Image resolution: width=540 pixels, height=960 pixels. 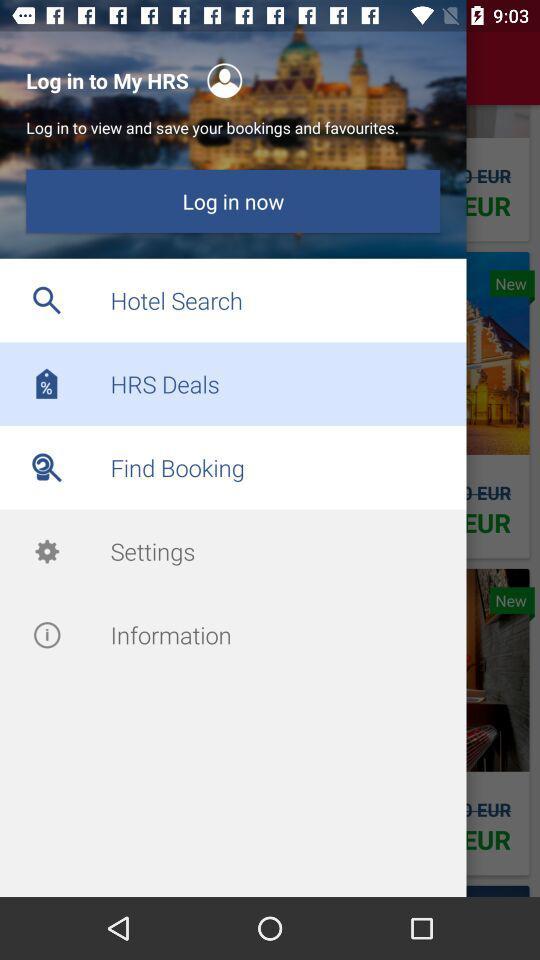 I want to click on log in now, so click(x=232, y=201).